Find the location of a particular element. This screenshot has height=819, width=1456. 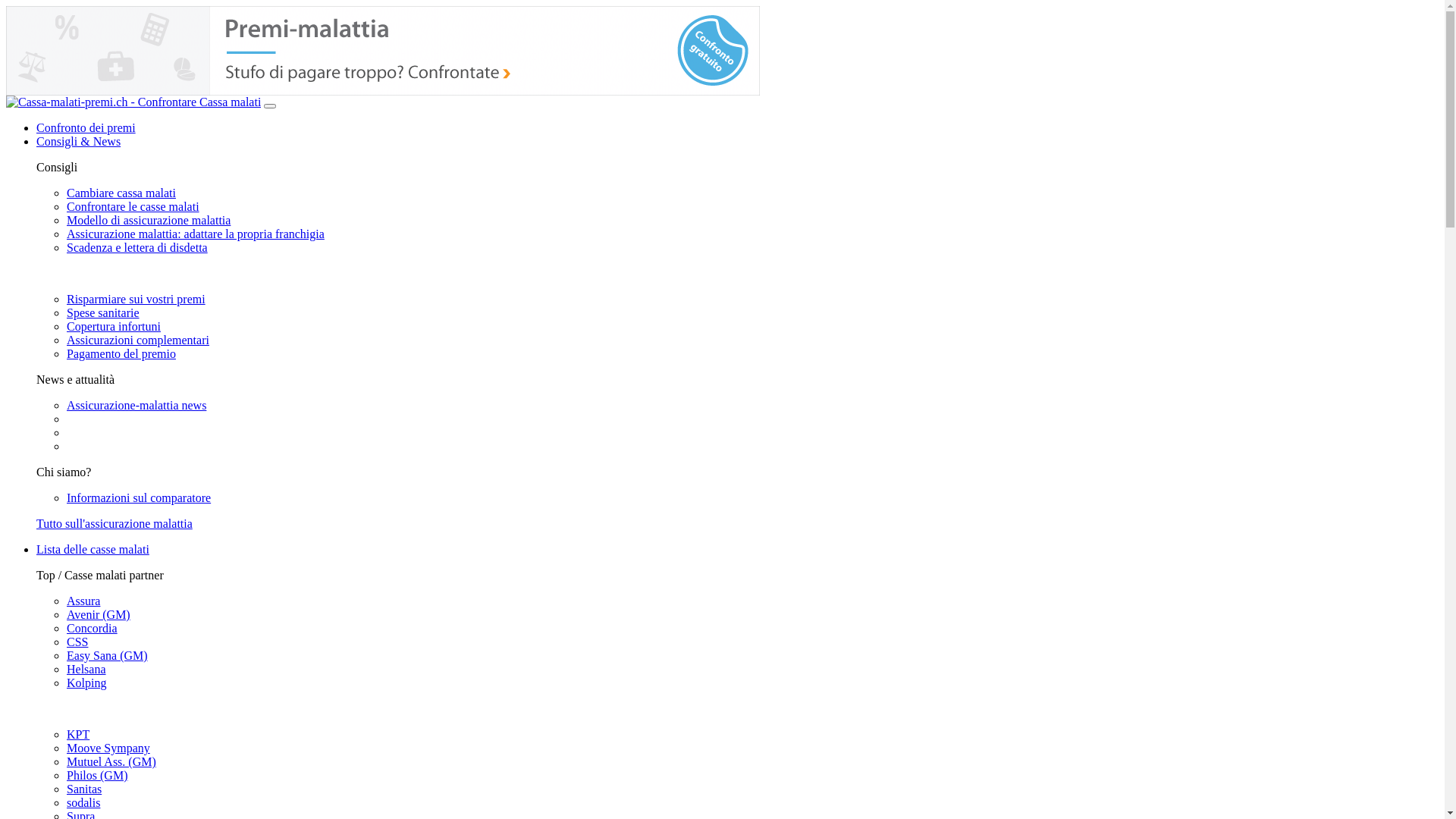

'Pagamento del premio' is located at coordinates (120, 353).